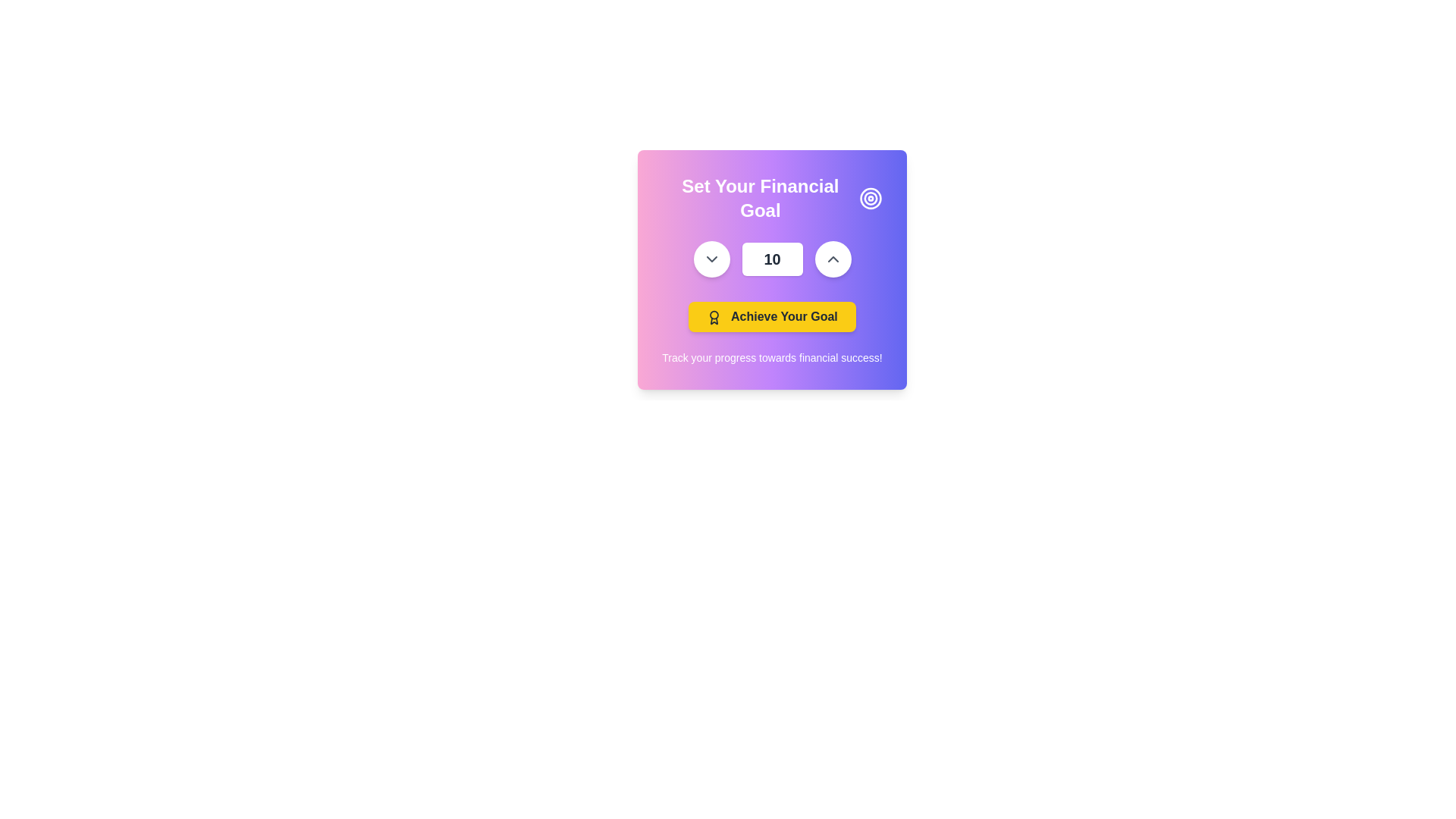 Image resolution: width=1456 pixels, height=819 pixels. I want to click on the circular button with a white background and downwards chevron icon, so click(711, 259).